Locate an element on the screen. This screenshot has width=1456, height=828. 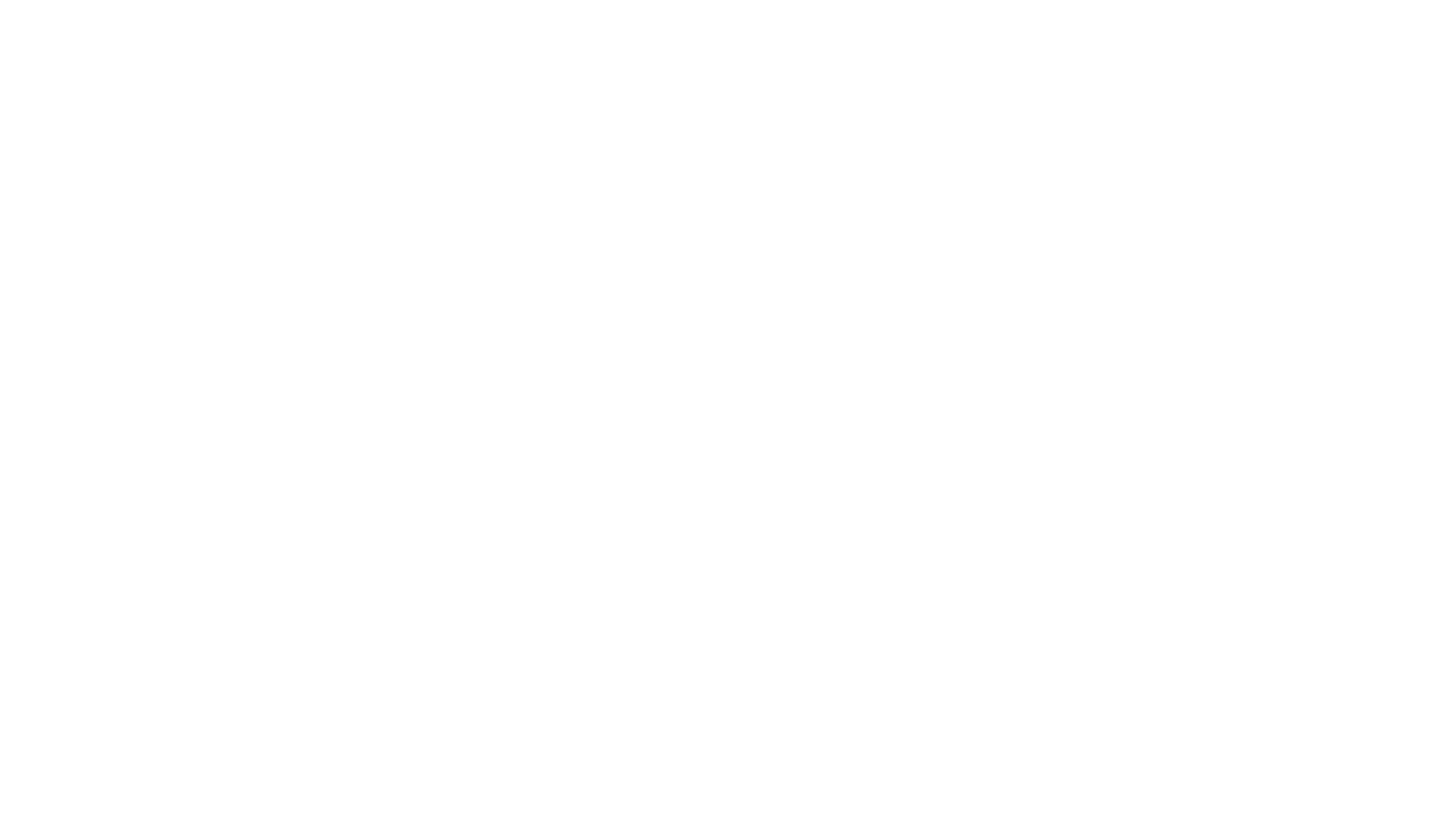
'Dandy Dab- a medium well balanced single variety cider' is located at coordinates (450, 191).